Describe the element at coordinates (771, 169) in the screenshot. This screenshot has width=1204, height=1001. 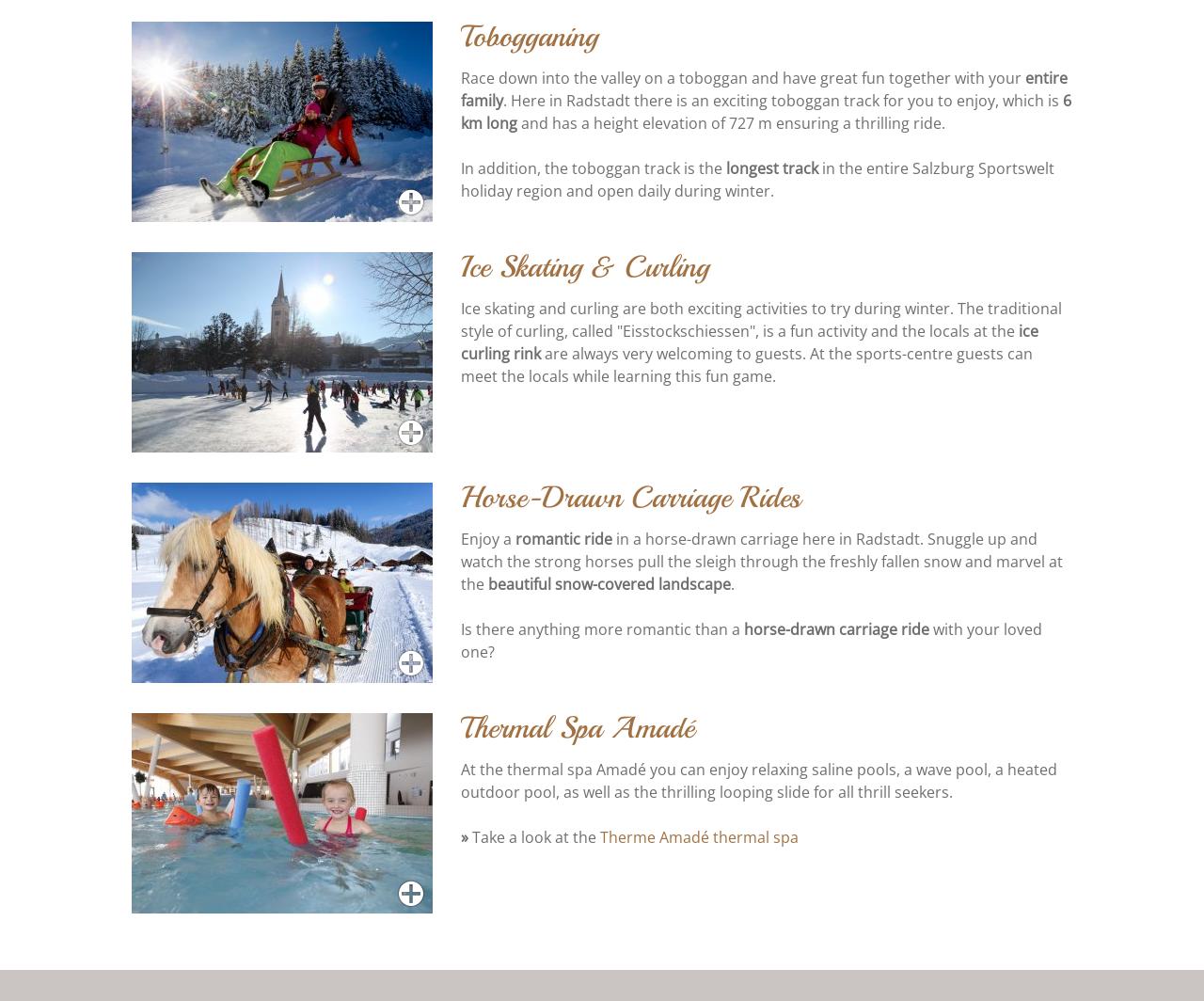
I see `'longest track'` at that location.